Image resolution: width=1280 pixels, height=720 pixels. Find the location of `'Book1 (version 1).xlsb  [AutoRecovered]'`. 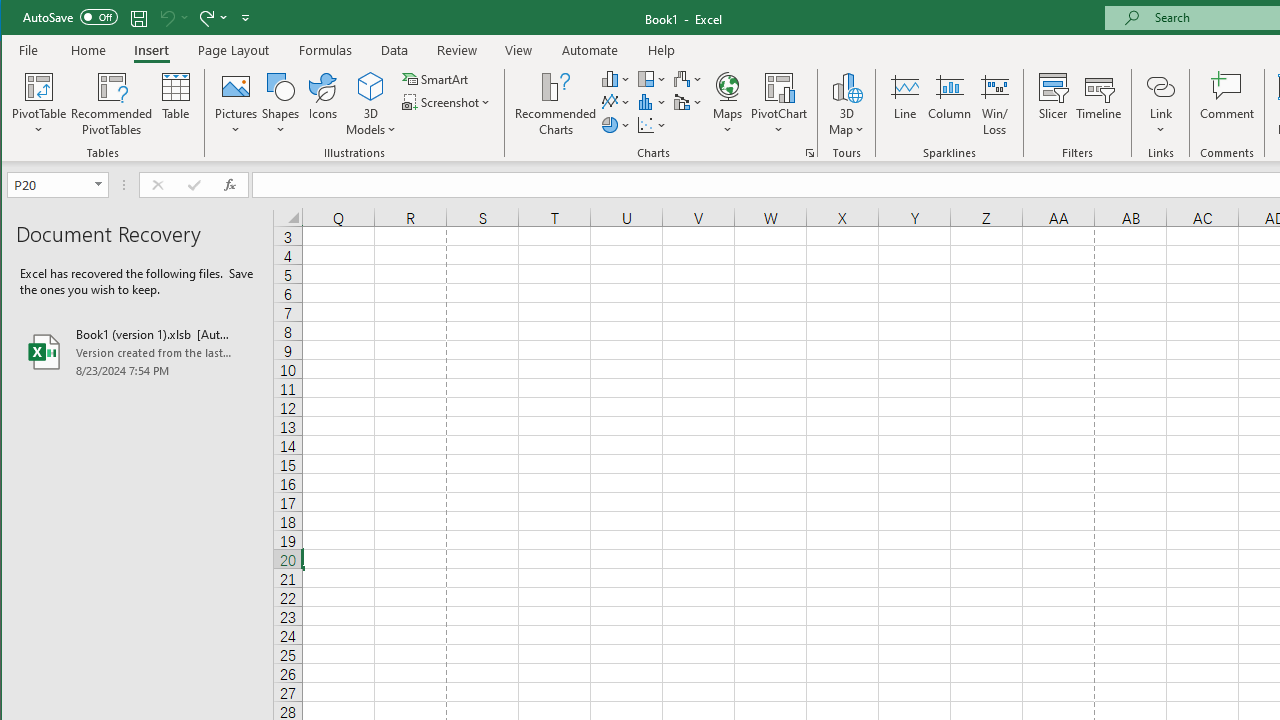

'Book1 (version 1).xlsb  [AutoRecovered]' is located at coordinates (136, 351).